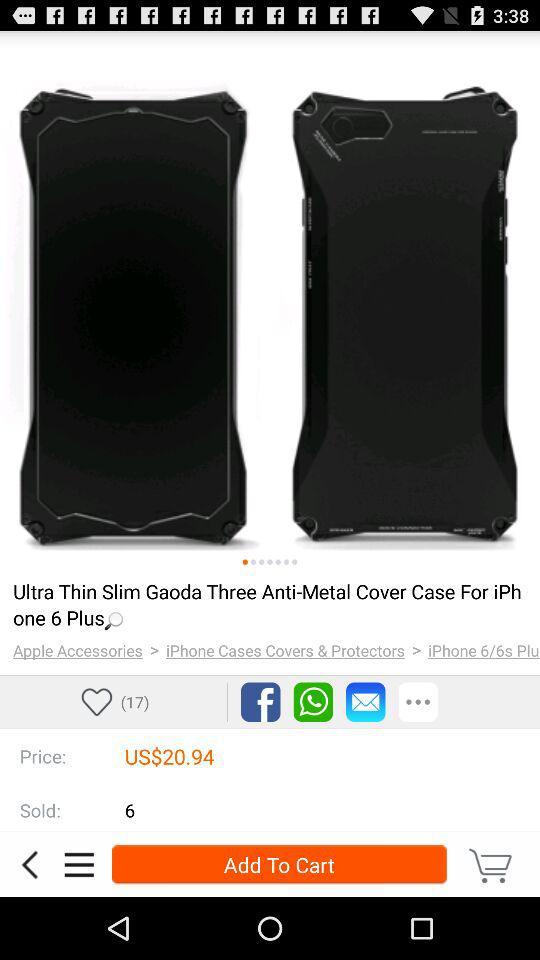  Describe the element at coordinates (270, 562) in the screenshot. I see `show the selected image` at that location.